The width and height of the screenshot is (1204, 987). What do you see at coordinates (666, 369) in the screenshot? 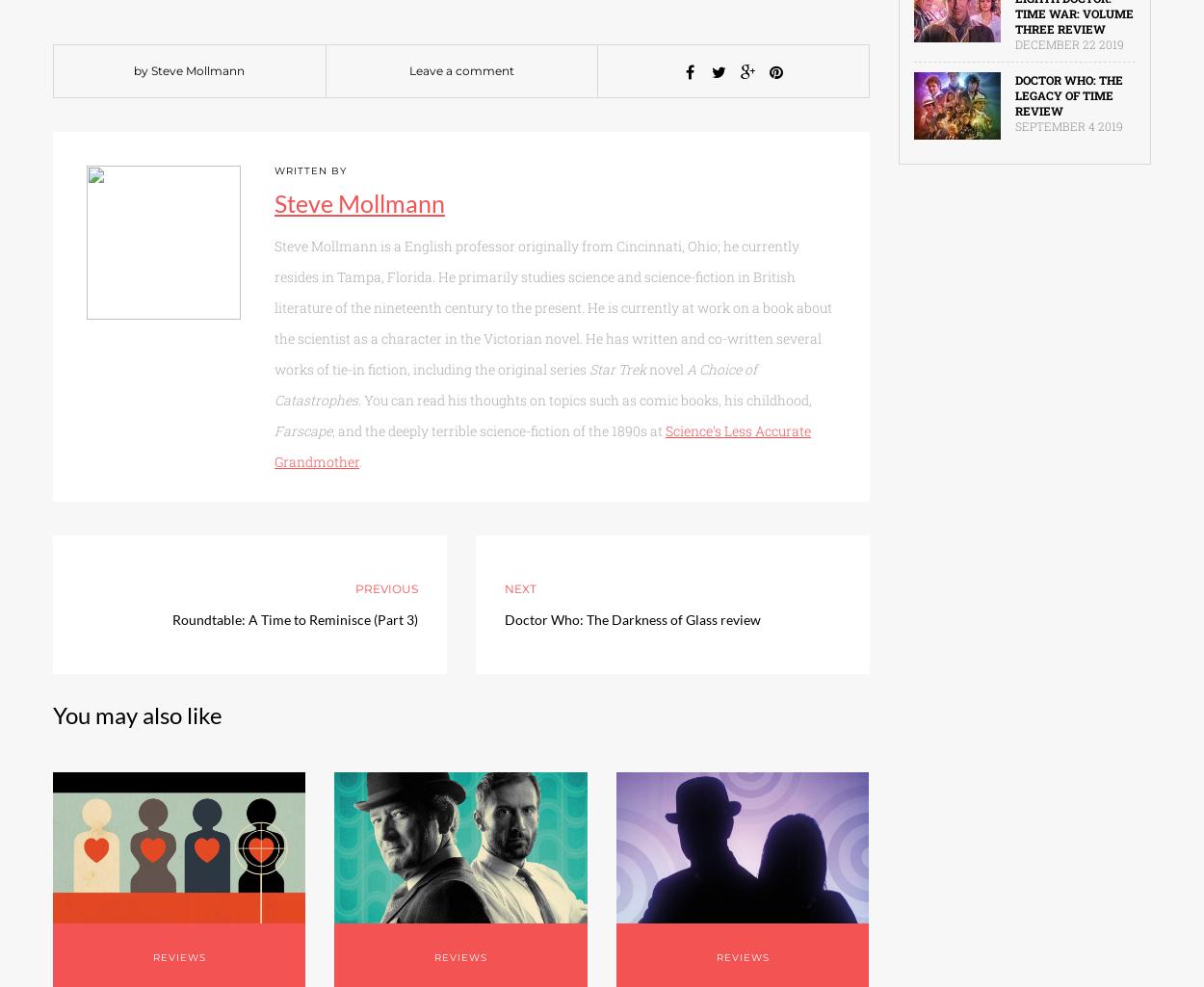
I see `'novel'` at bounding box center [666, 369].